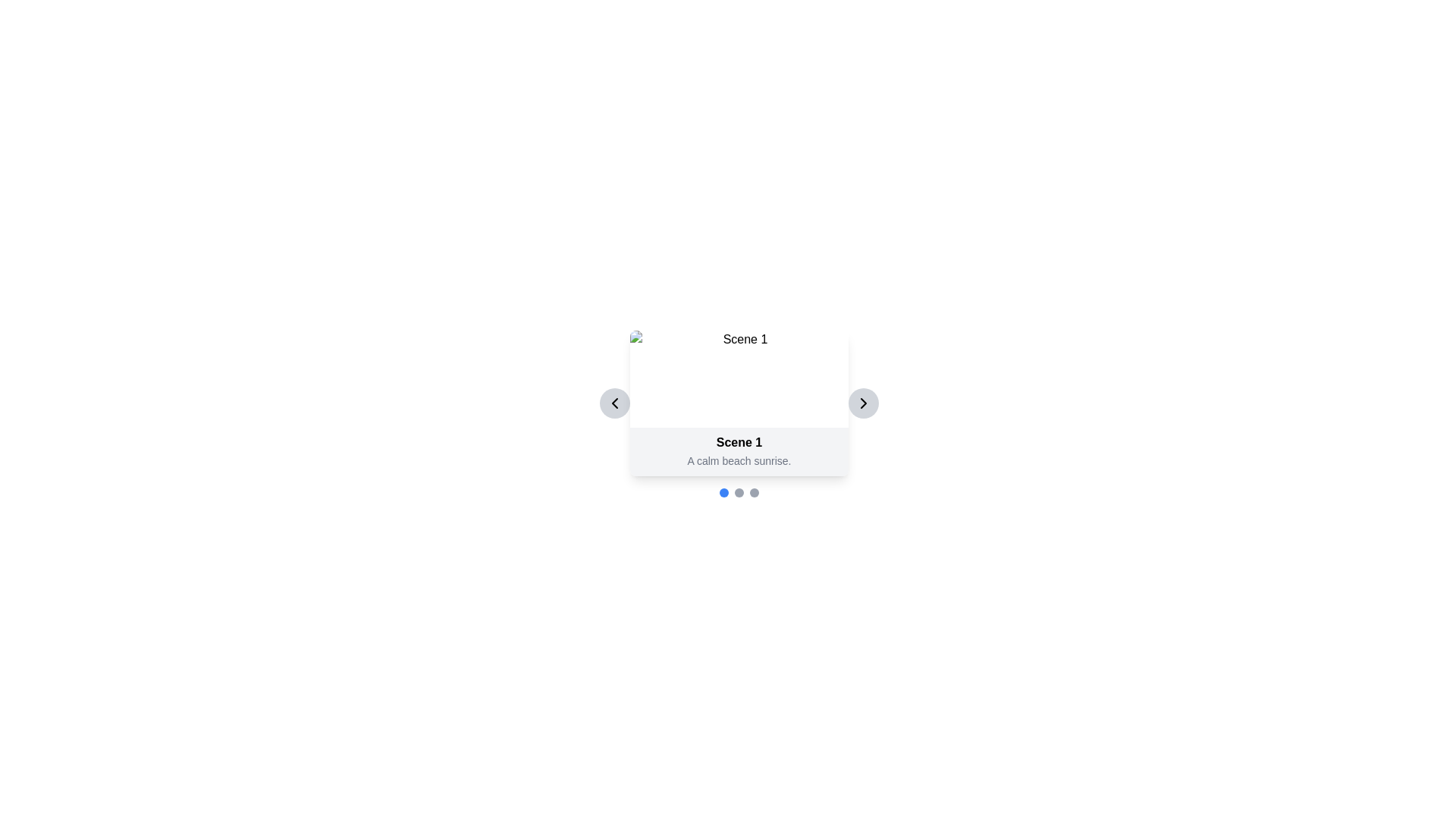 The height and width of the screenshot is (819, 1456). I want to click on the left arrow-shaped icon within the circular button, which has a light gray background and is located on the left side of the card-like structure, so click(615, 403).